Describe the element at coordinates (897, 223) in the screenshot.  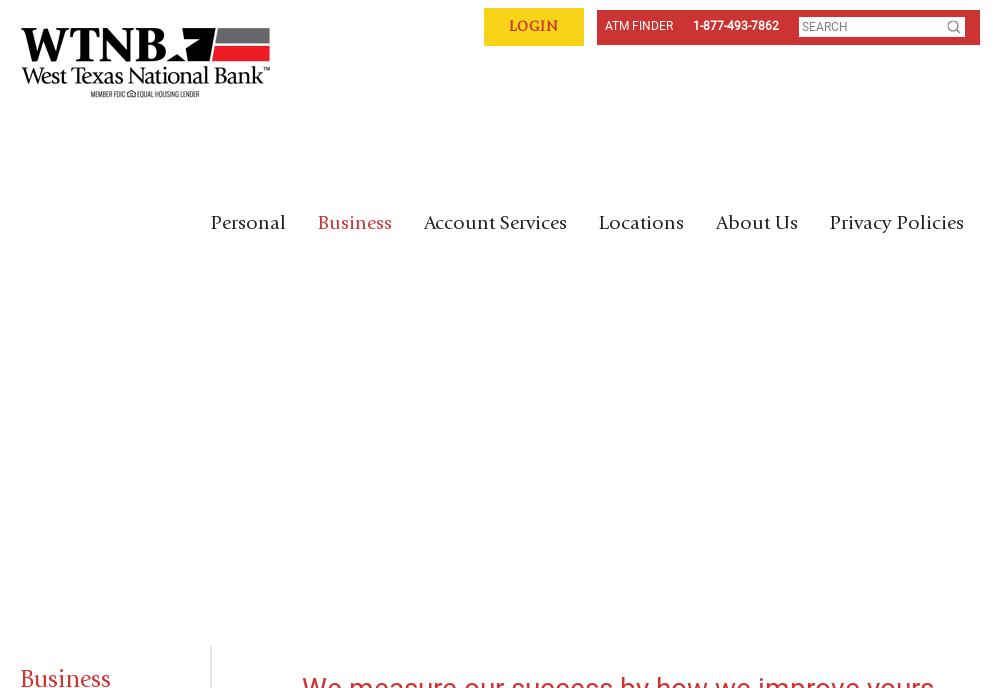
I see `'Privacy Policies'` at that location.